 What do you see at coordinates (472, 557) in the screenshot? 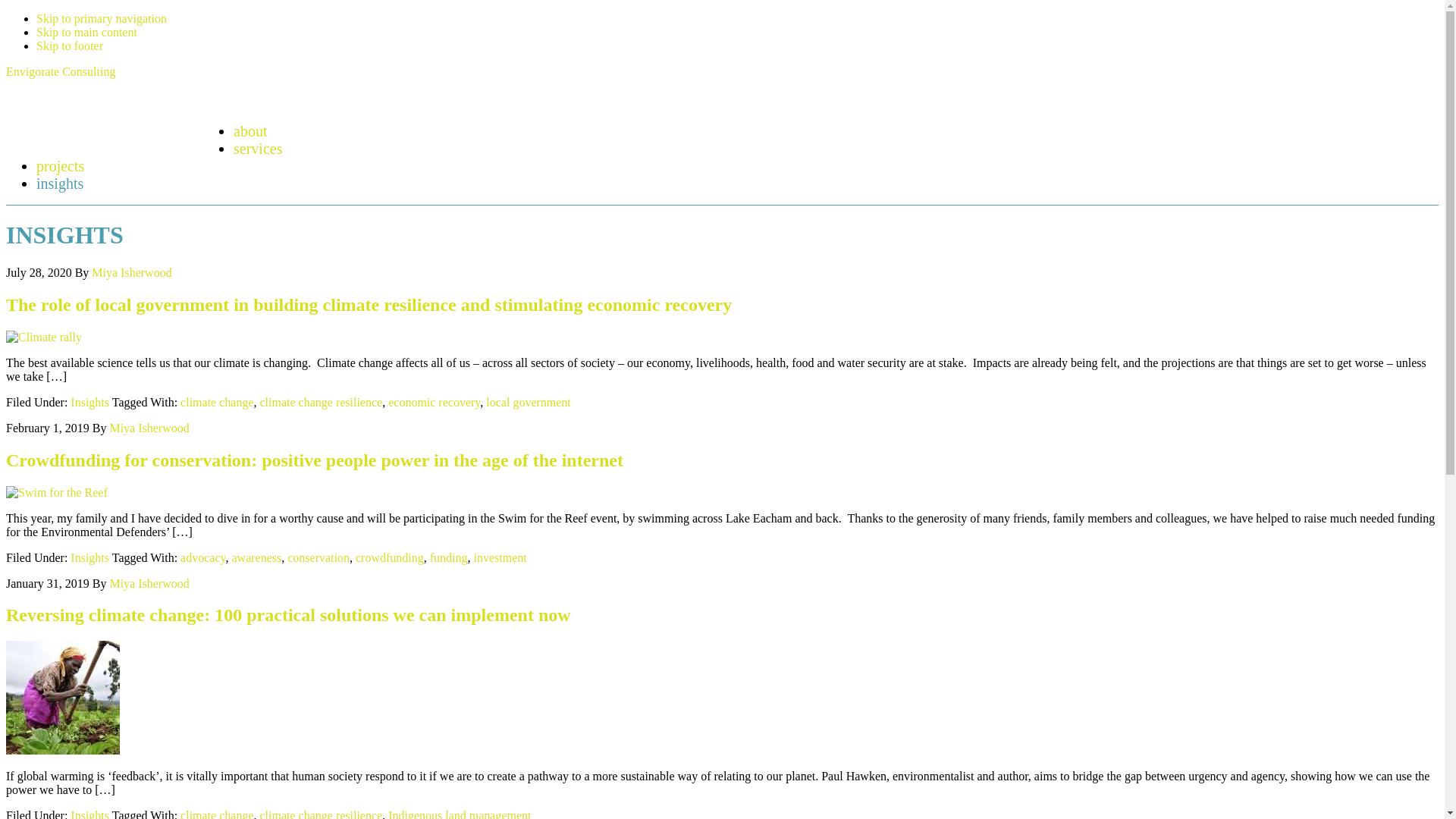
I see `'investment'` at bounding box center [472, 557].